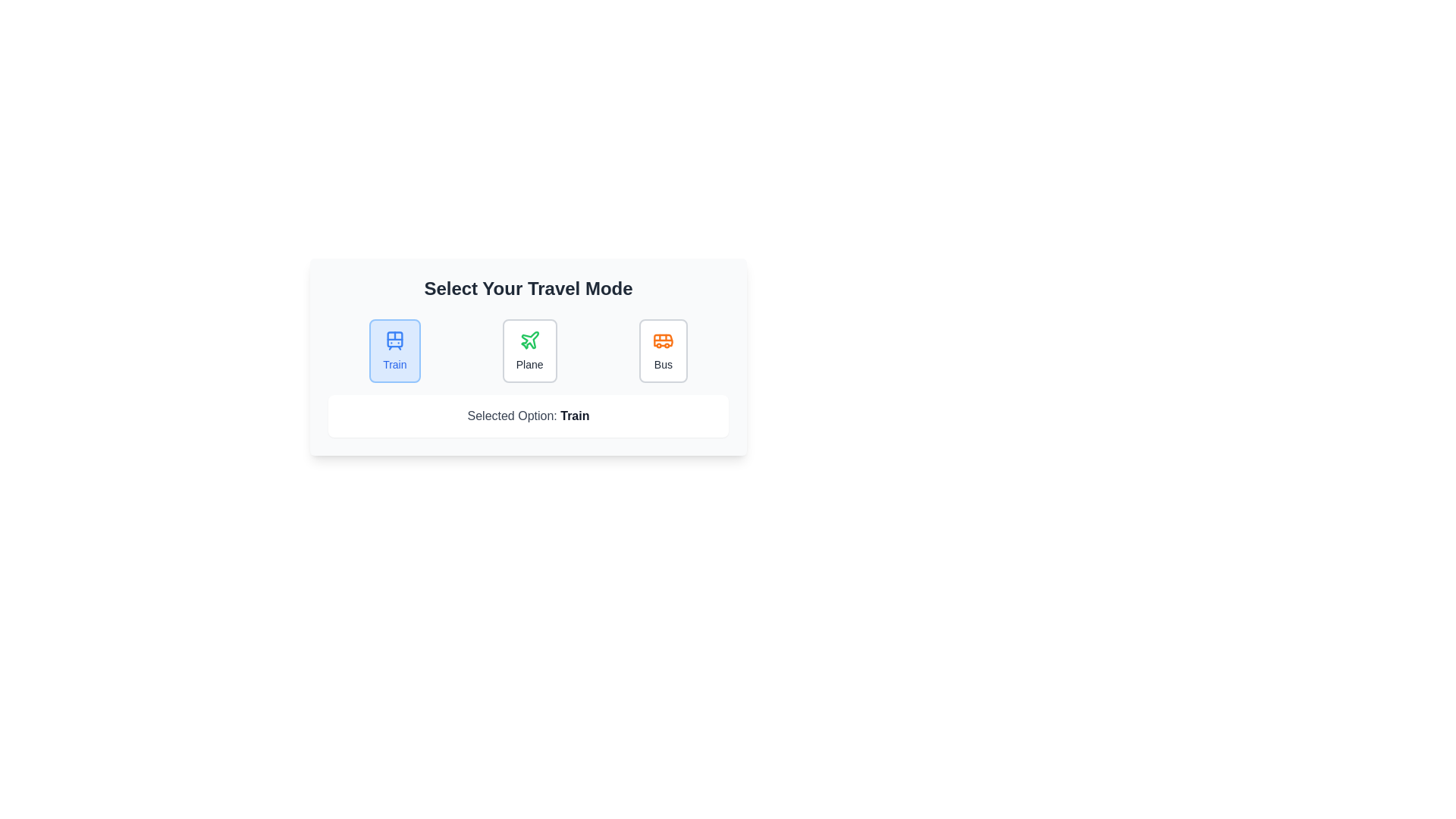 The image size is (1456, 819). Describe the element at coordinates (394, 339) in the screenshot. I see `the blue train icon located in the selection panel` at that location.